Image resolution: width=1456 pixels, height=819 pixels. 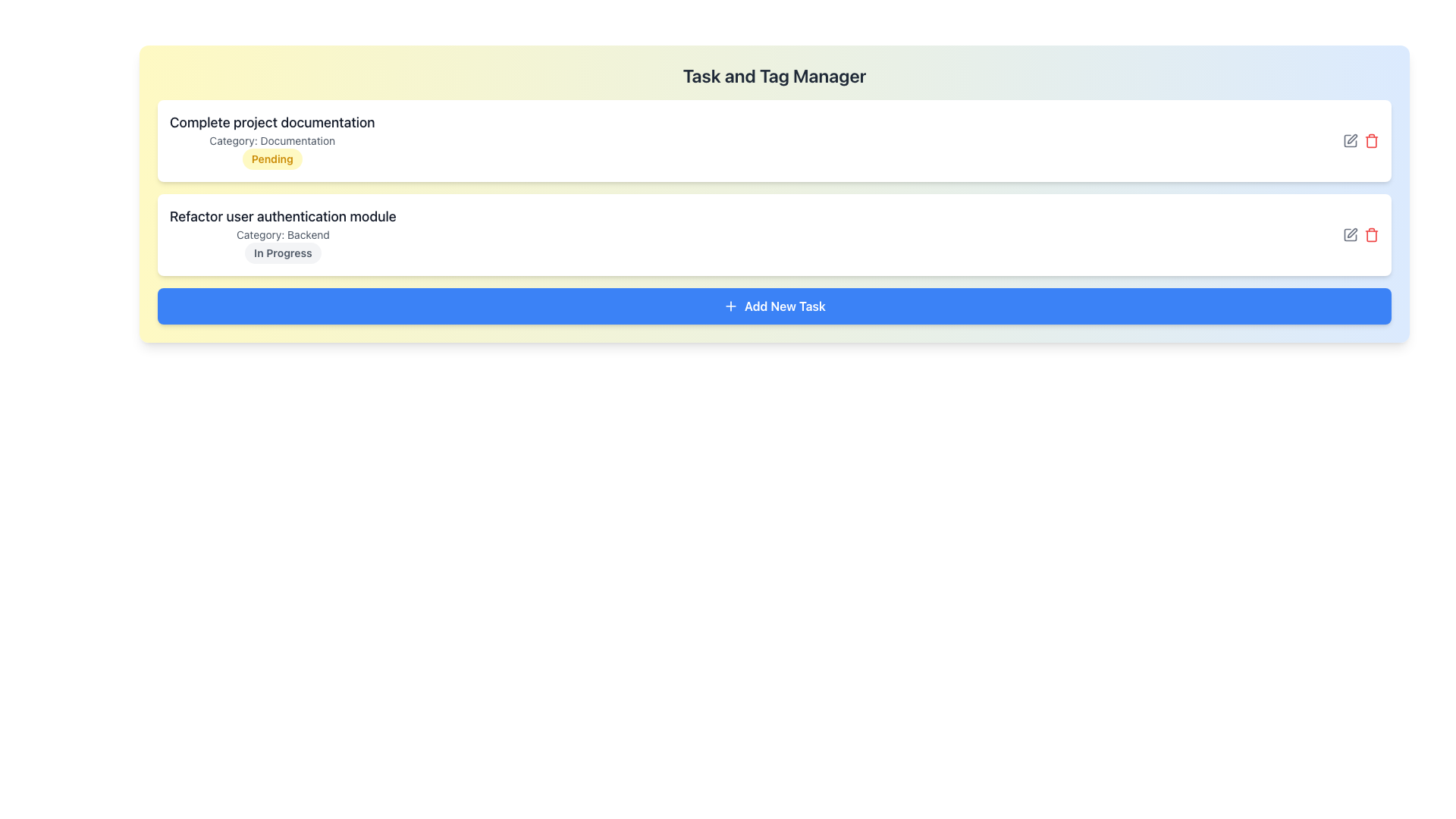 I want to click on the Status Badge displaying the text 'Pending', which has a light yellow background and bold orange text, located beneath the 'Category: Documentation' subheading, so click(x=272, y=158).